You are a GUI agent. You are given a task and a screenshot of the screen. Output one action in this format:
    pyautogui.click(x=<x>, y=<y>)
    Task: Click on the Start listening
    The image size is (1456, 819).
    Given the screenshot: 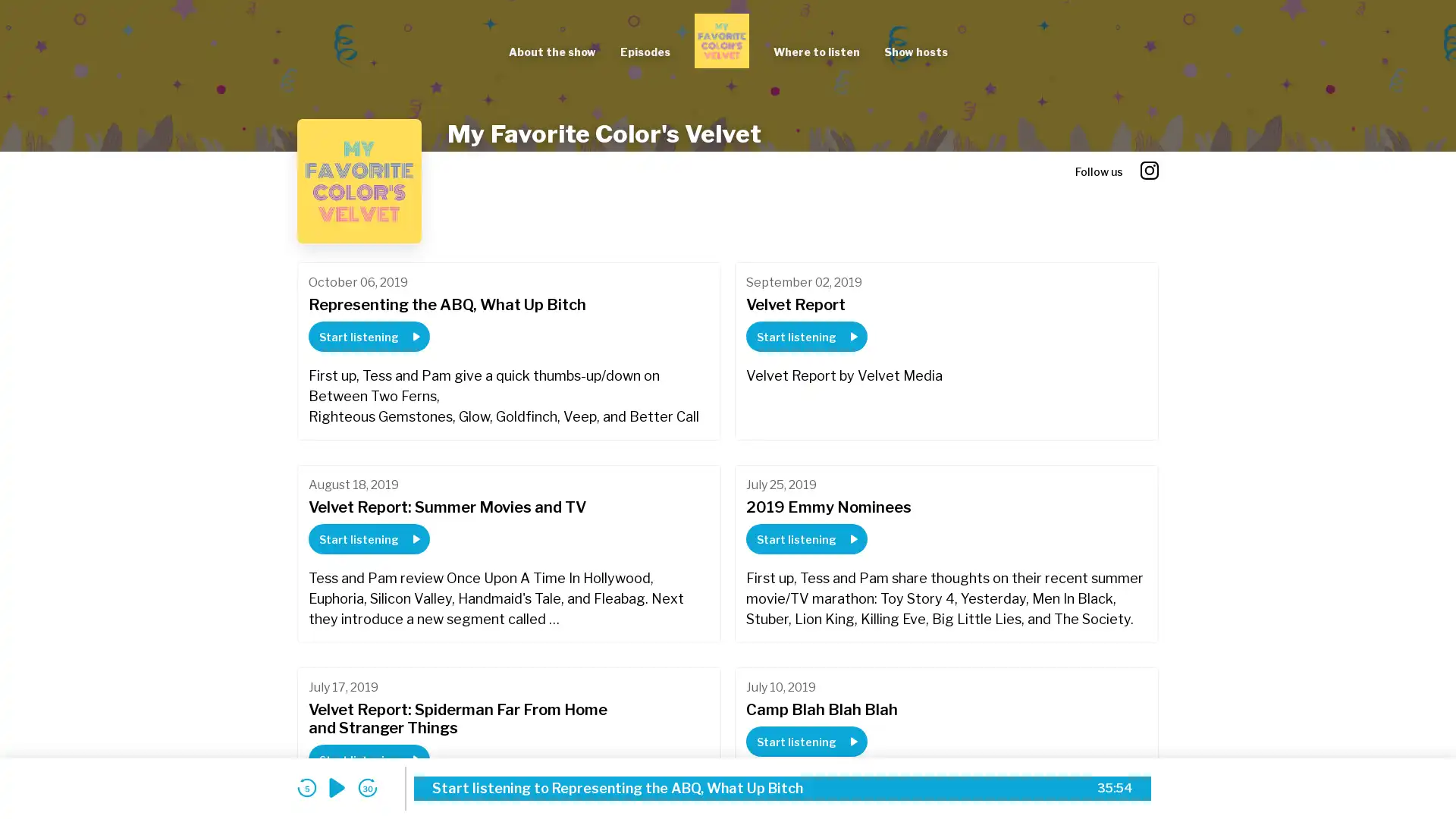 What is the action you would take?
    pyautogui.click(x=806, y=538)
    